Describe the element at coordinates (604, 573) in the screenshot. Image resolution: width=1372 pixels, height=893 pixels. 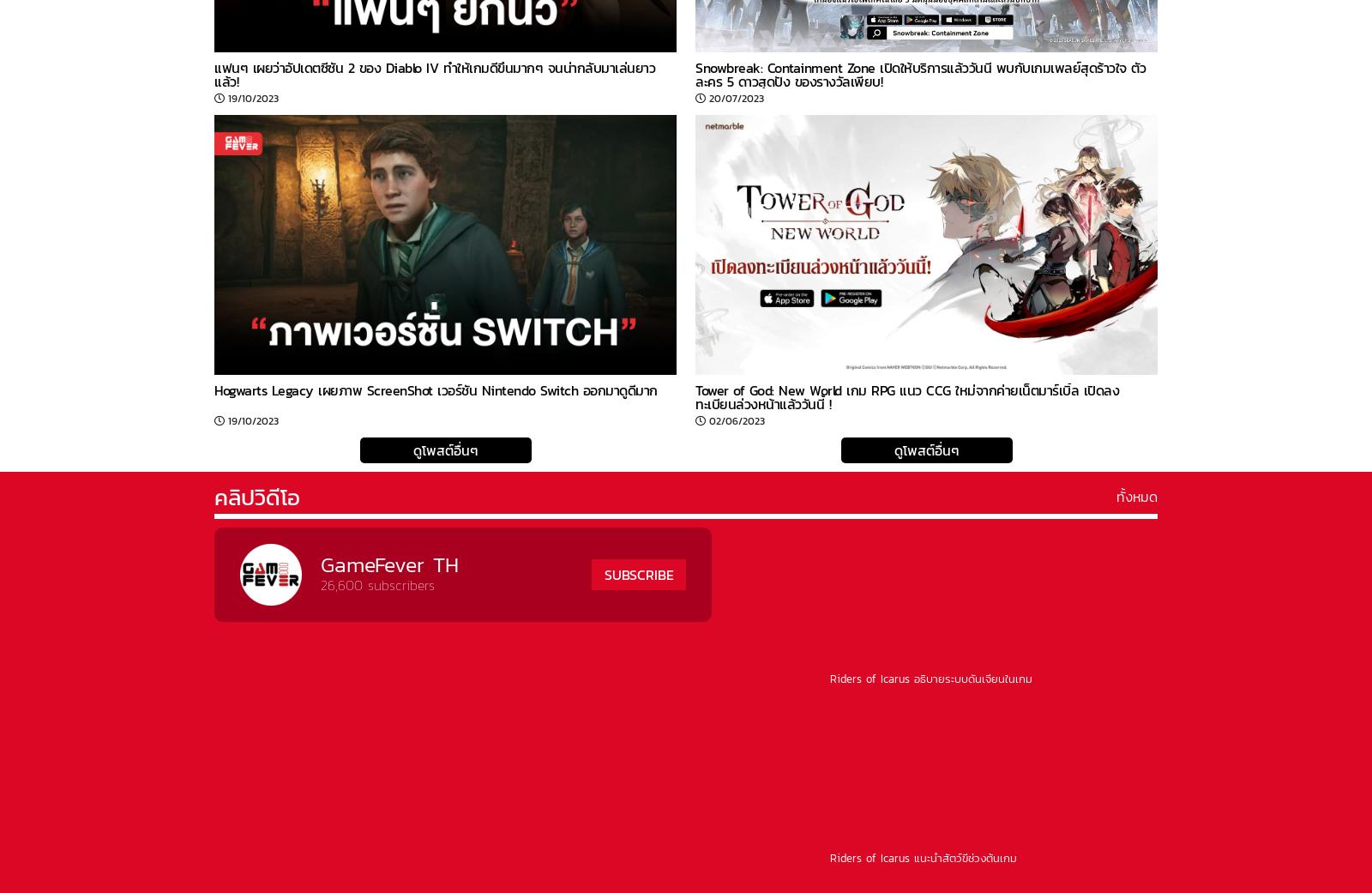
I see `'SUBSCRIBE'` at that location.